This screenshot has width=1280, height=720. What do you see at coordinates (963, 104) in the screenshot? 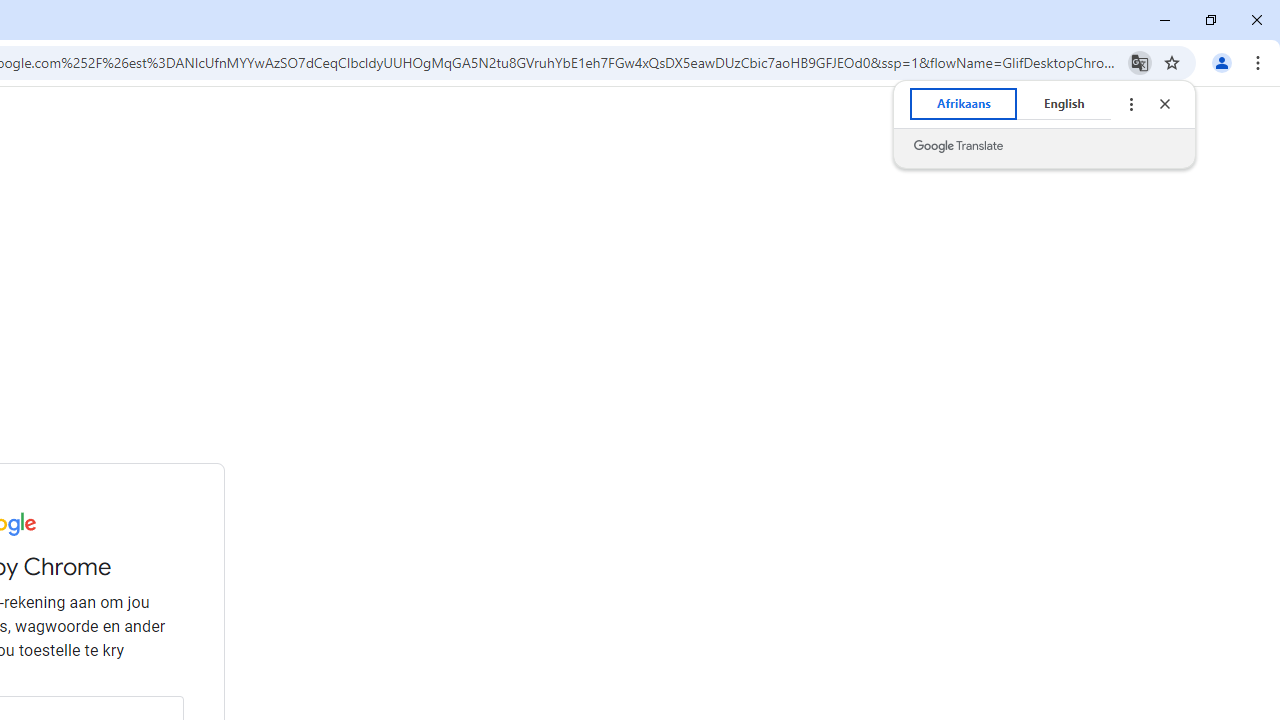
I see `'Afrikaans'` at bounding box center [963, 104].